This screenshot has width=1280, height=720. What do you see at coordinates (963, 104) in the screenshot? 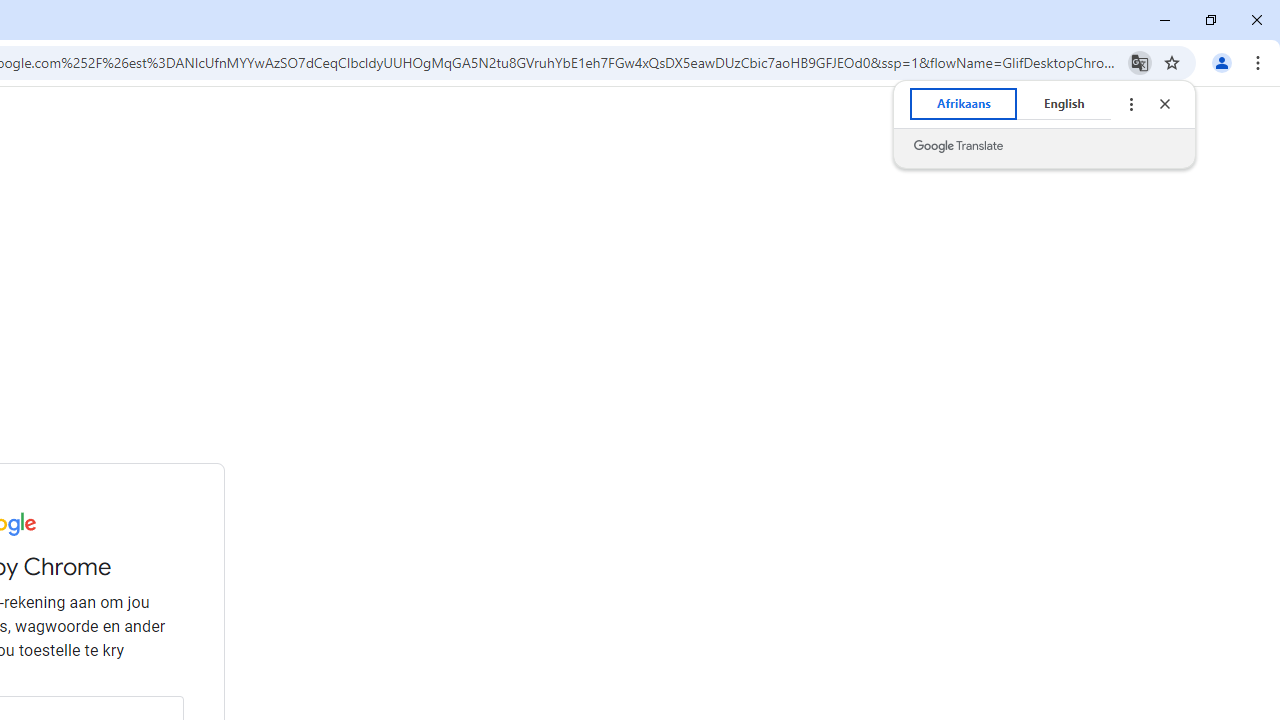
I see `'Afrikaans'` at bounding box center [963, 104].